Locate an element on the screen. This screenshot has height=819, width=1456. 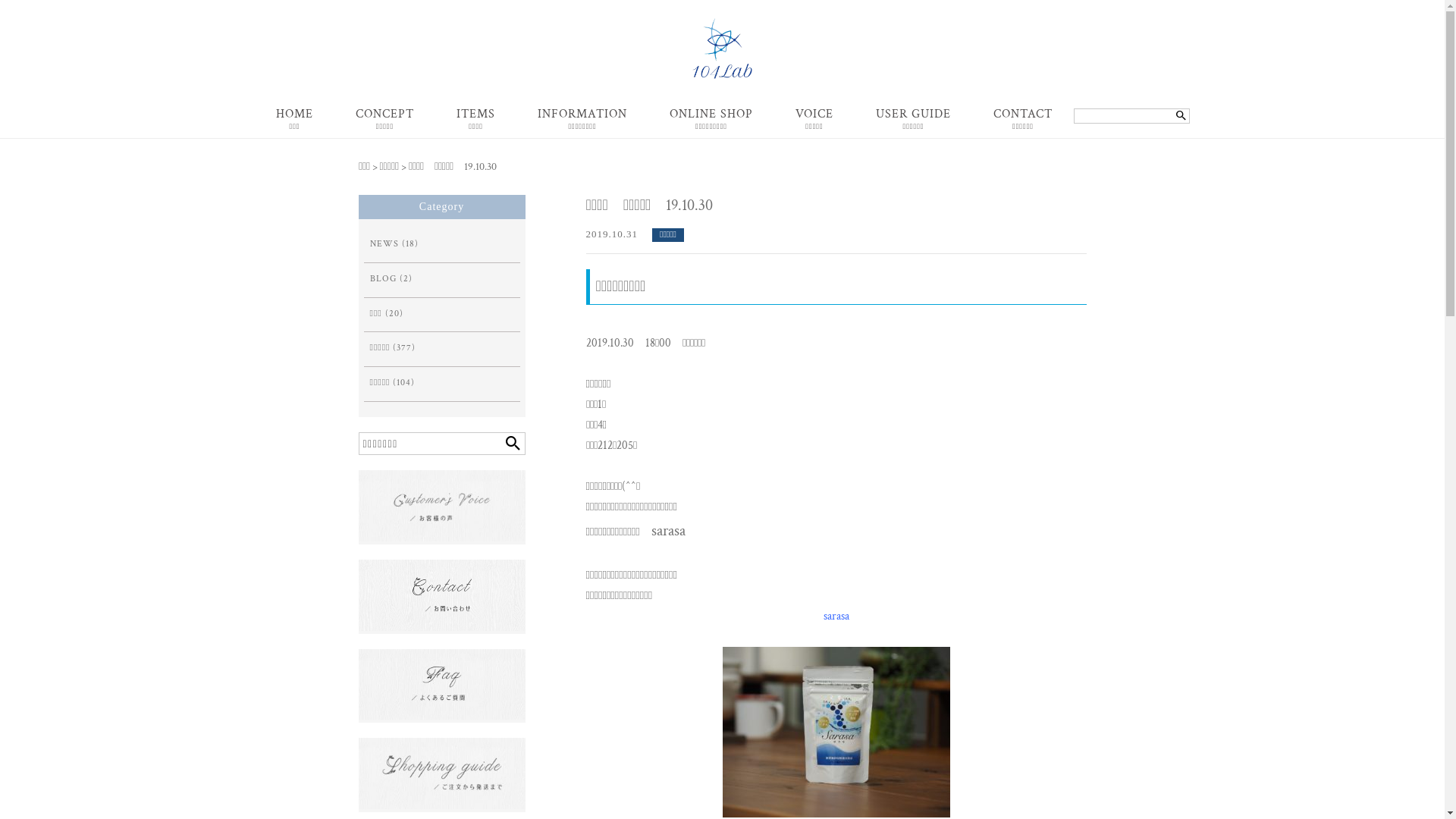
'NEWS' is located at coordinates (384, 243).